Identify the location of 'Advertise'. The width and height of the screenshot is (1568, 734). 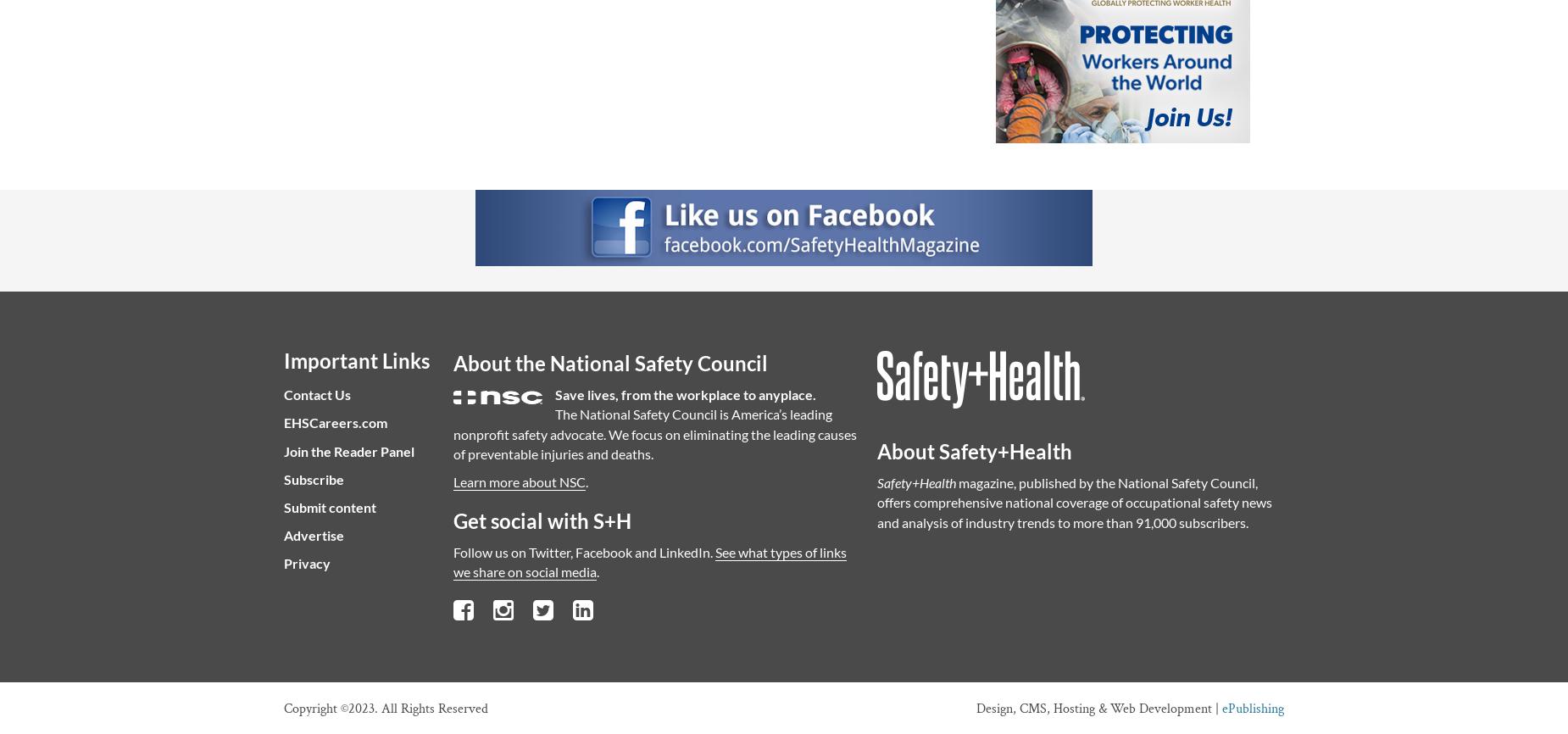
(313, 535).